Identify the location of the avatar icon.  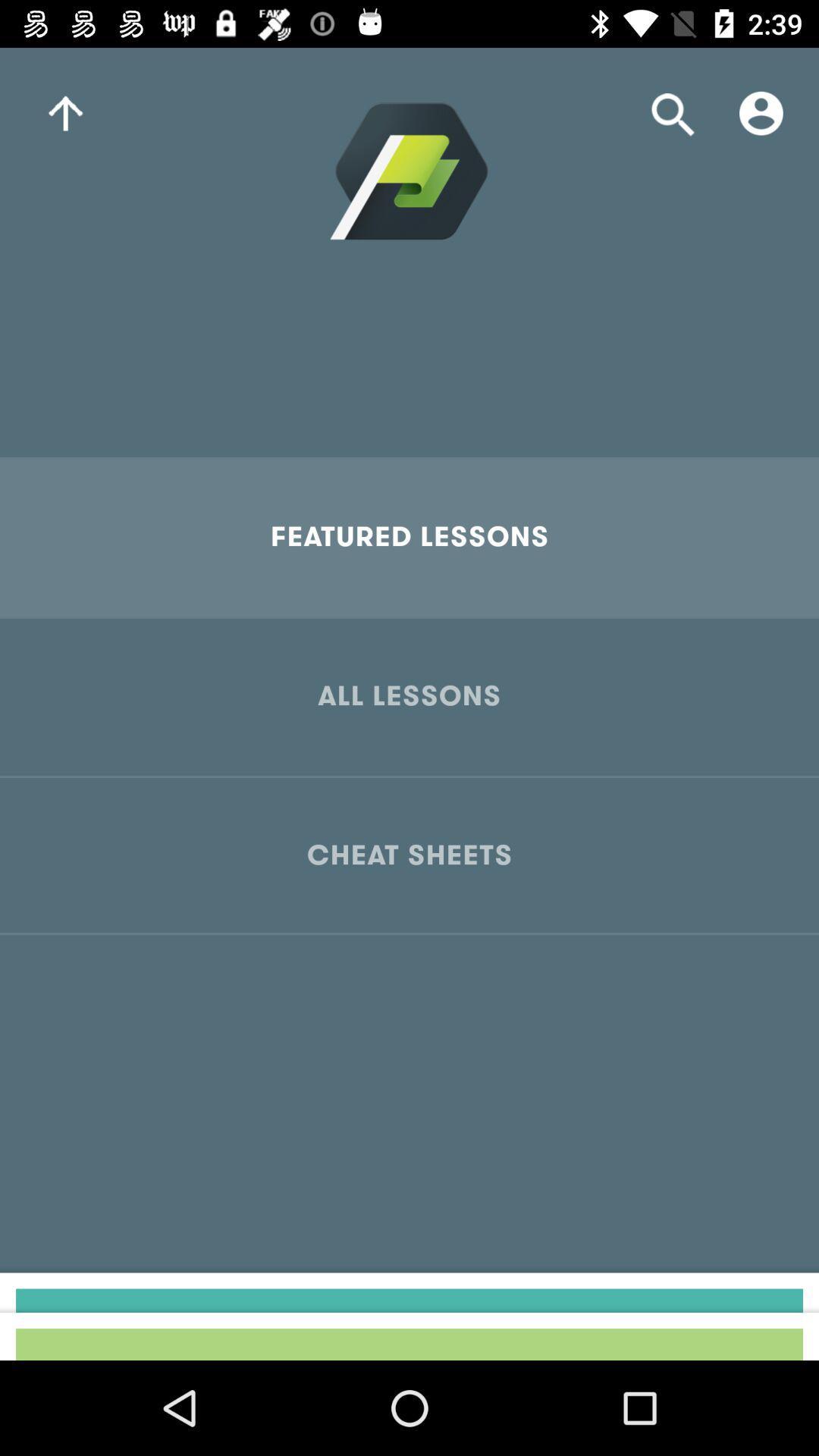
(761, 112).